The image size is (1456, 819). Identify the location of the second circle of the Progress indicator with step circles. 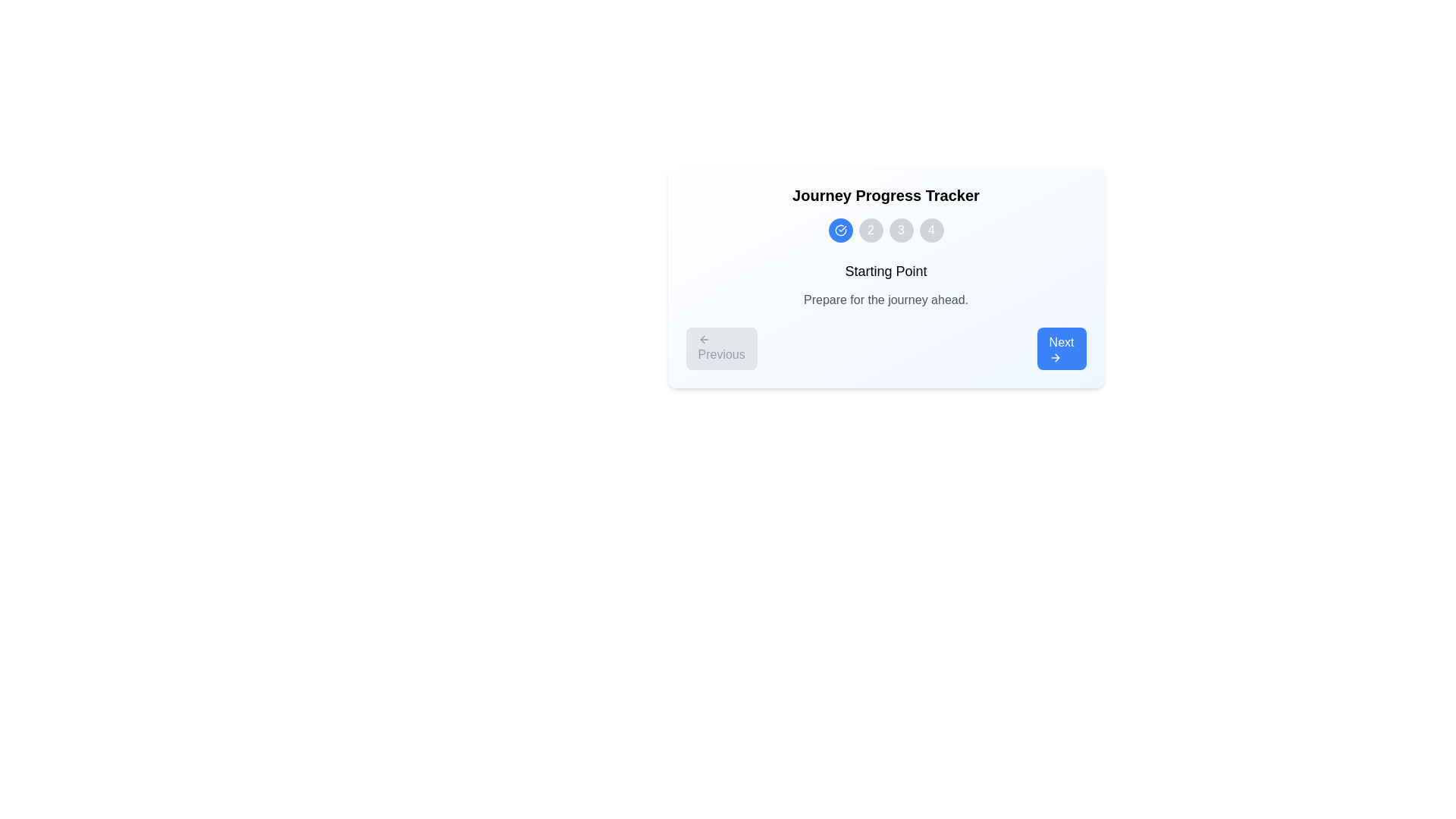
(886, 231).